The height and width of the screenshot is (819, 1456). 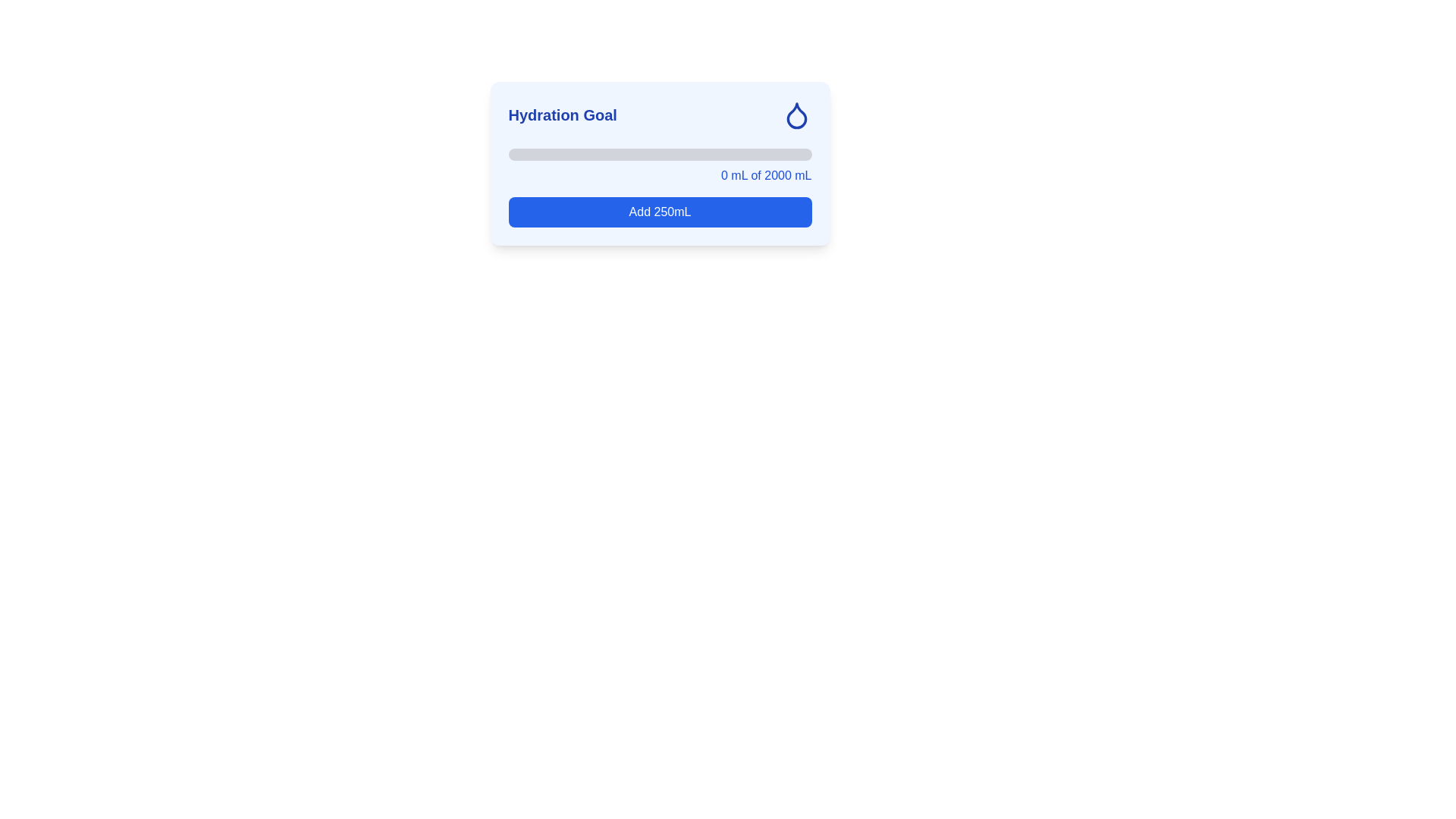 I want to click on the droplet-shaped icon with a blue outline located in the top-right corner of the 'Hydration Goal' card layout, so click(x=795, y=114).